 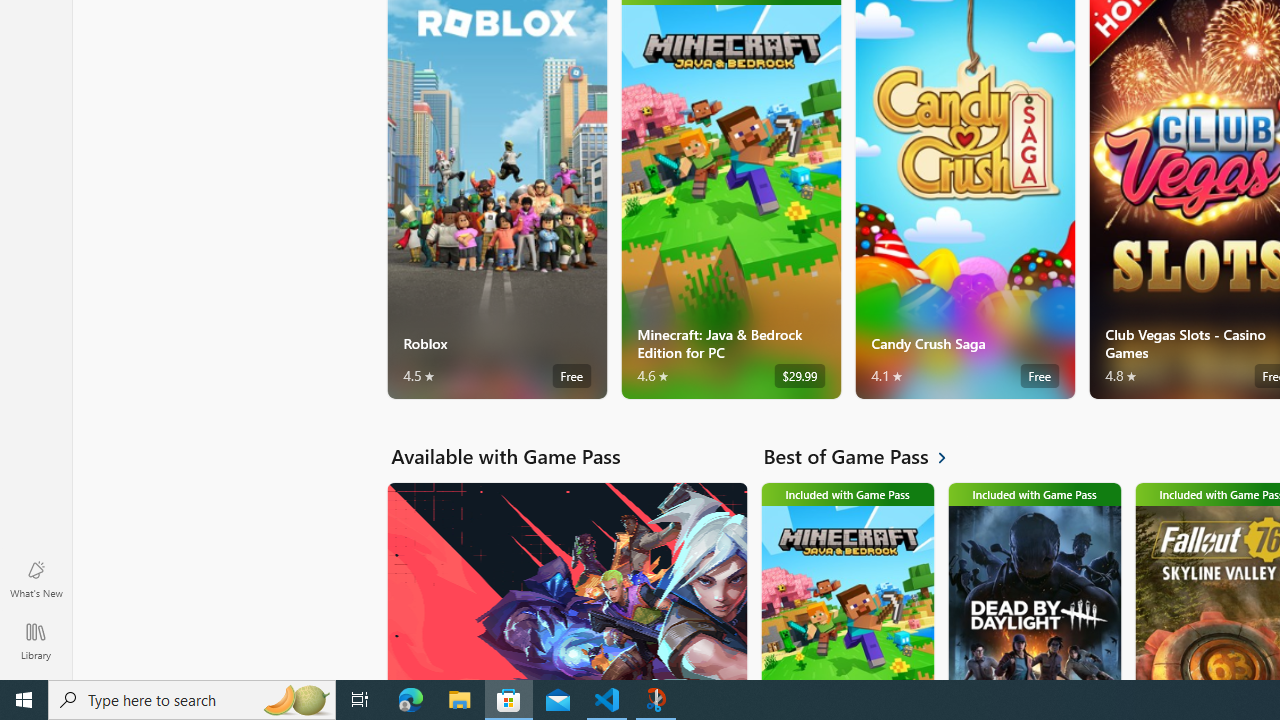 I want to click on 'See all  Best of Game Pass', so click(x=866, y=456).